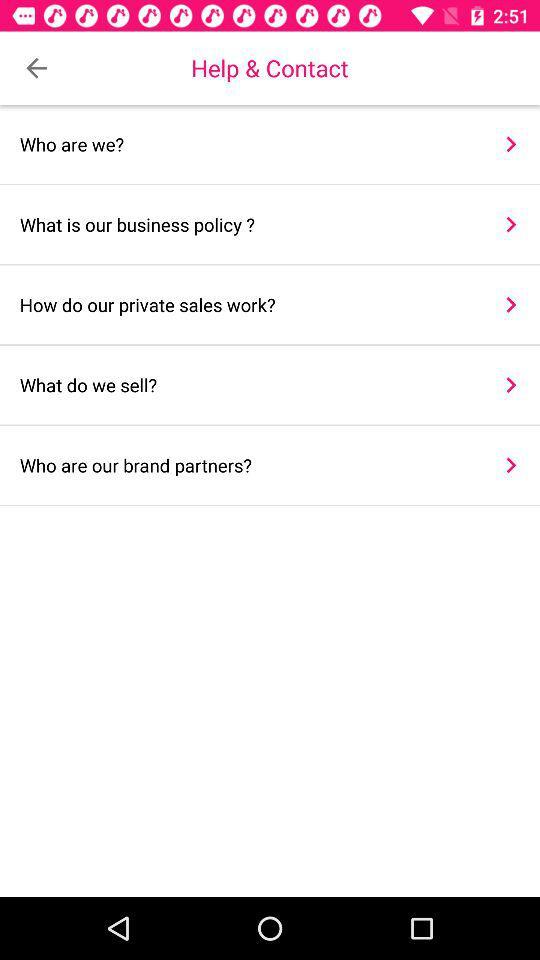 The height and width of the screenshot is (960, 540). What do you see at coordinates (511, 465) in the screenshot?
I see `item below the what do we` at bounding box center [511, 465].